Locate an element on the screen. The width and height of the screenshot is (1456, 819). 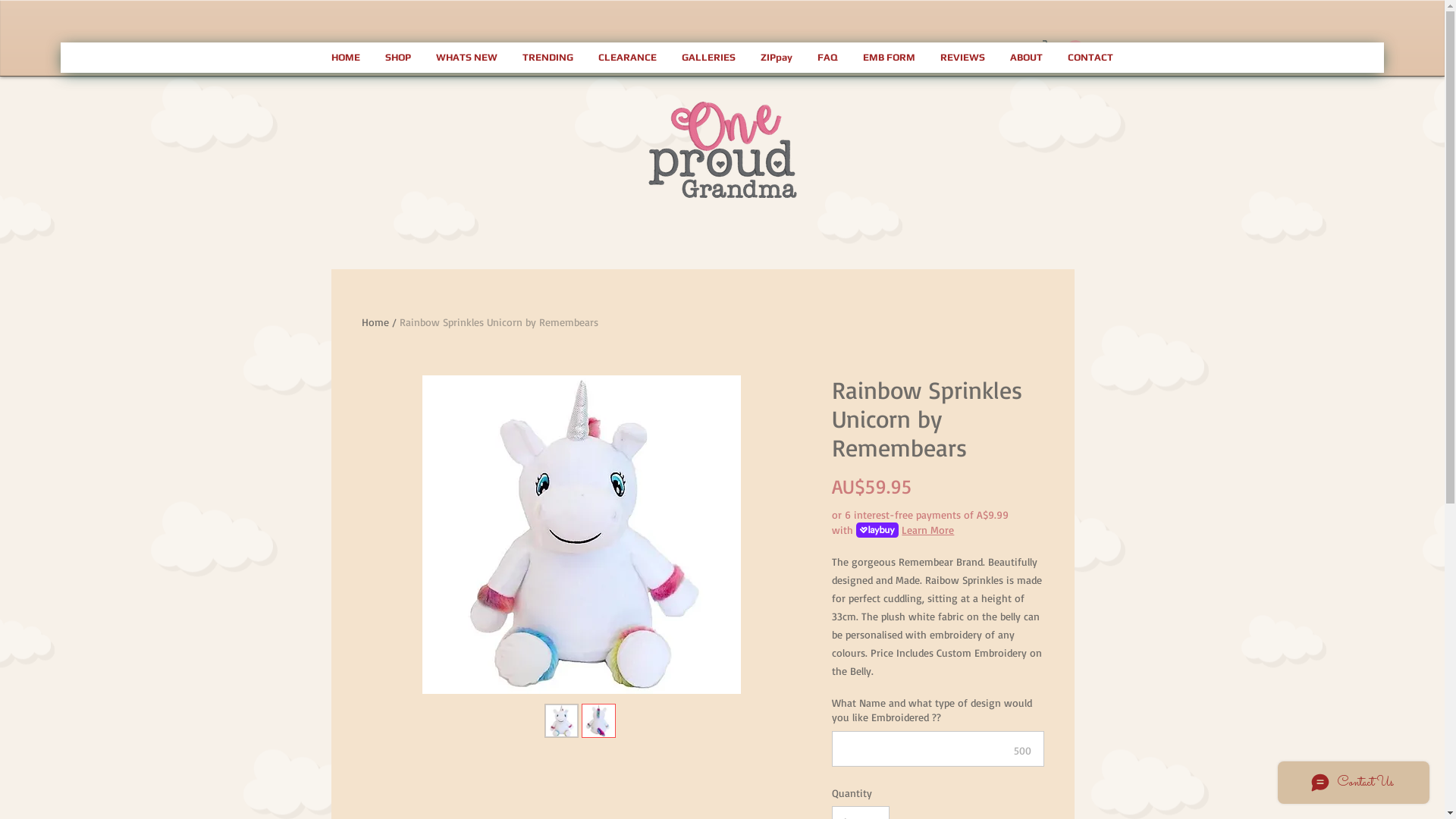
'ABOUT' is located at coordinates (1026, 57).